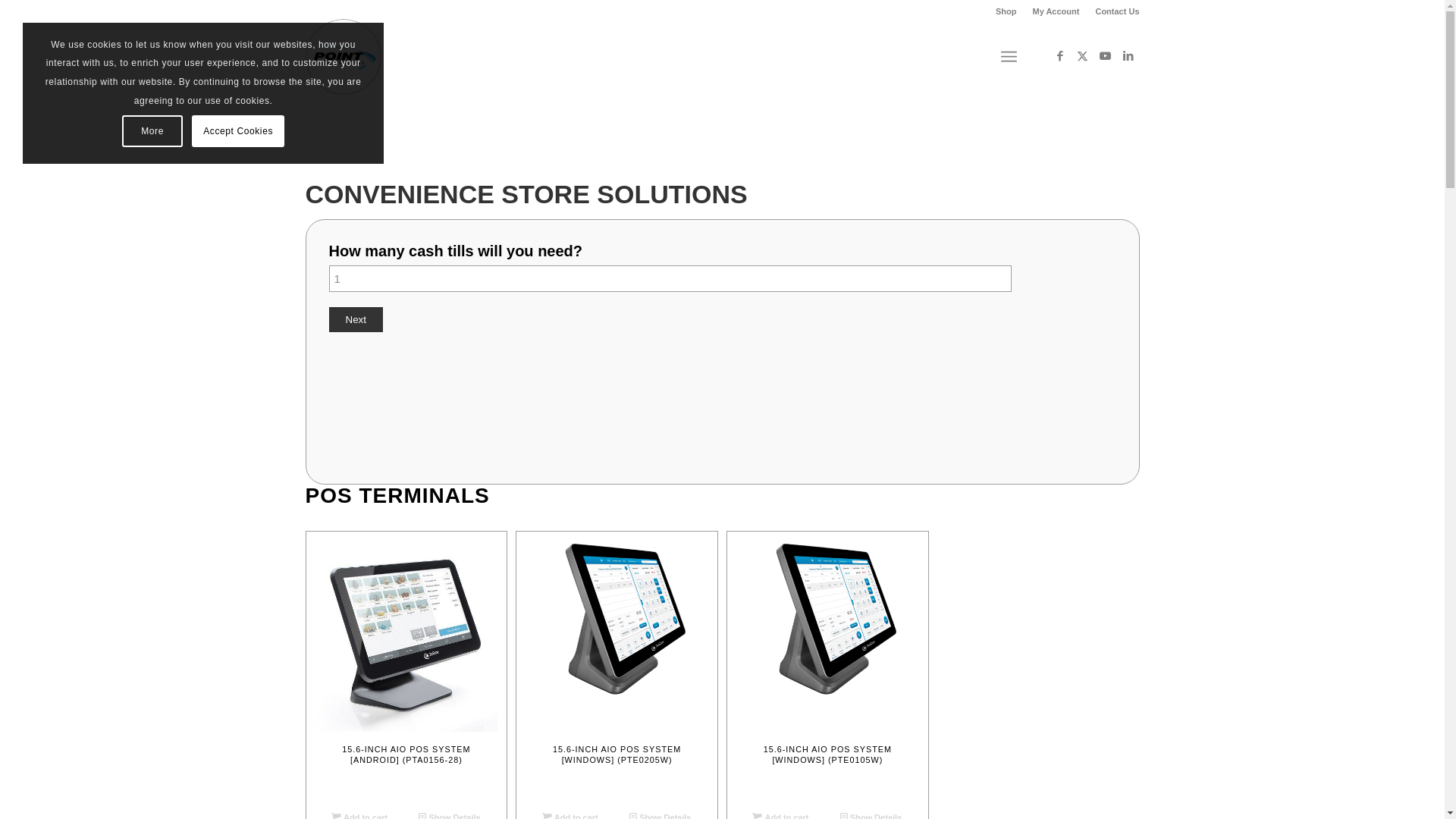 The height and width of the screenshot is (819, 1456). Describe the element at coordinates (1105, 55) in the screenshot. I see `'Youtube'` at that location.